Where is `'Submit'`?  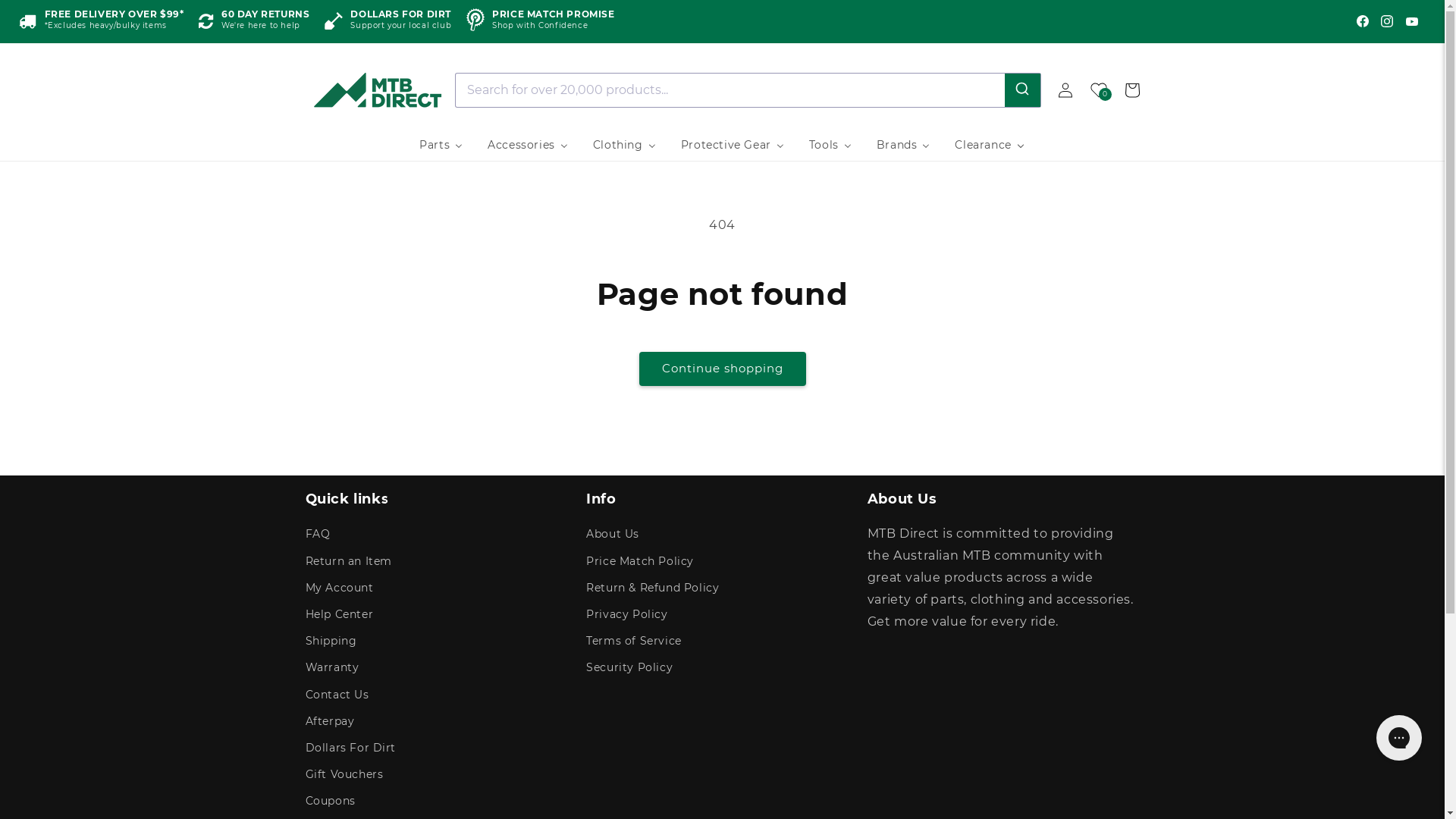
'Submit' is located at coordinates (1021, 89).